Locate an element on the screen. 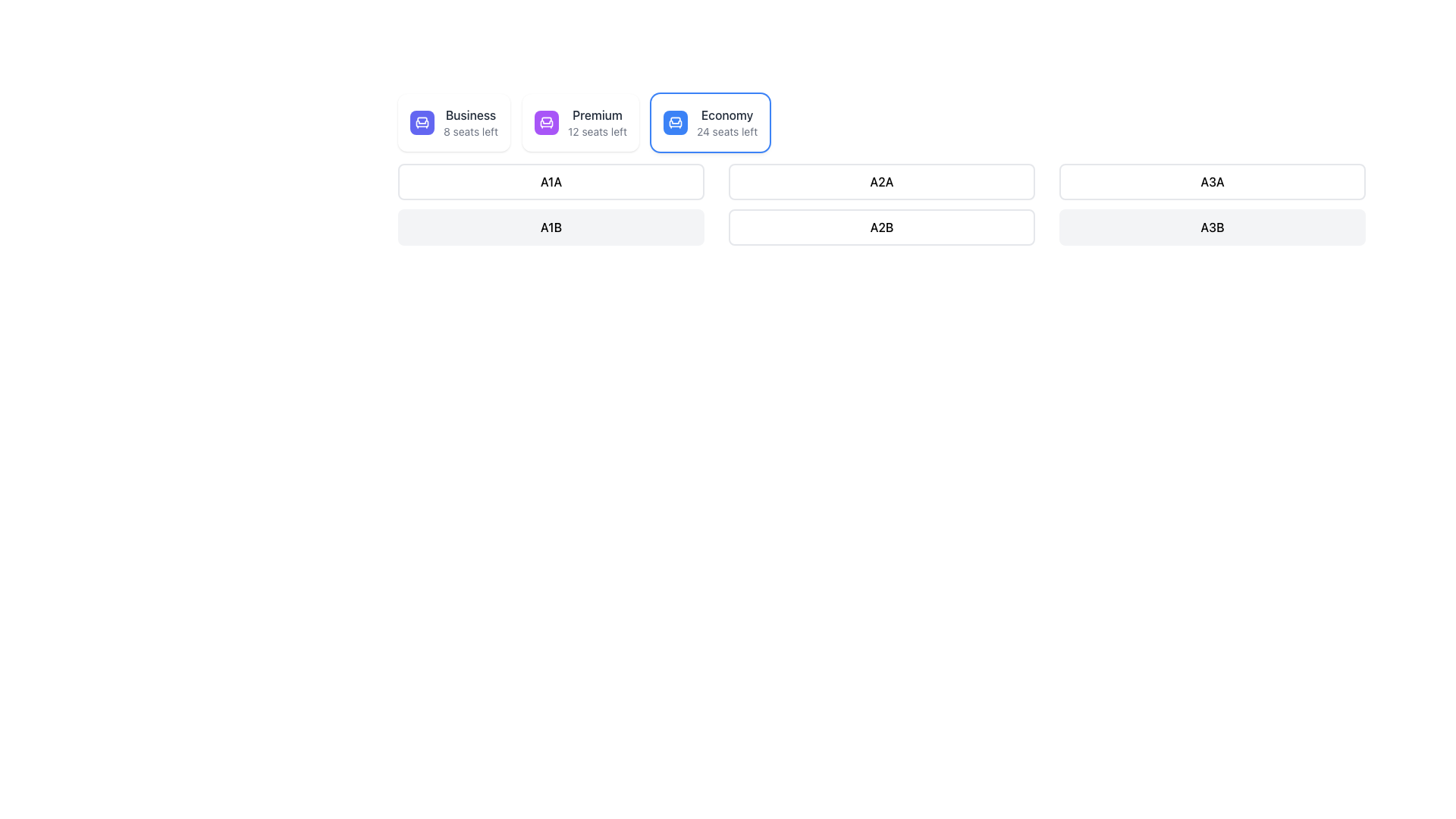  information from the informational text group about the availability of premium seats, which is positioned between the 'Business' and 'Economy' modules is located at coordinates (596, 122).